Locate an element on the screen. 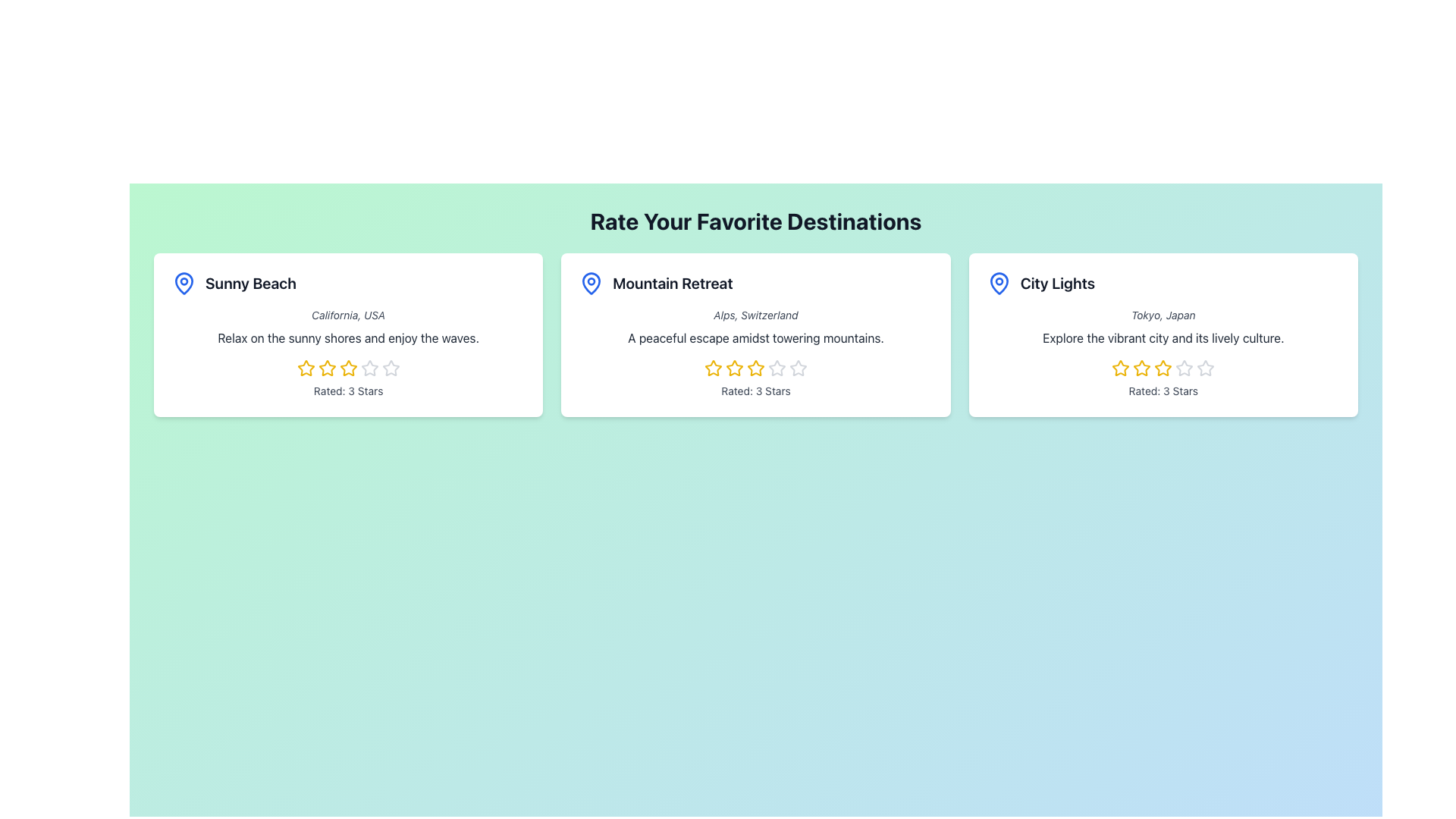  the text element 'City Lights' which is styled with a bold, large font and is positioned in the rightmost card of three, above the descriptive text and to the right of a blue map pin icon is located at coordinates (1056, 284).